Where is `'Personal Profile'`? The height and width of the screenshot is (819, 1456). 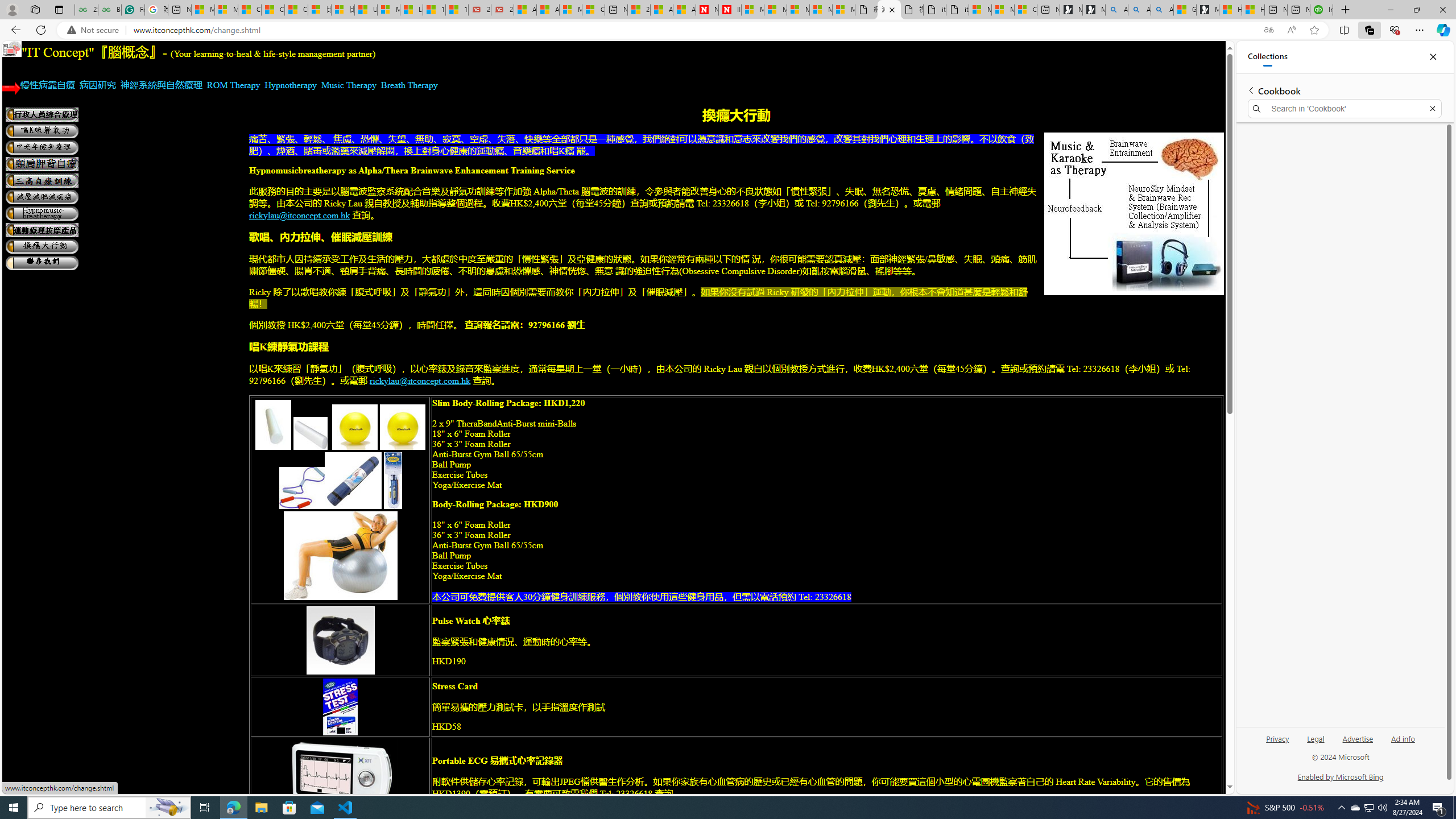
'Personal Profile' is located at coordinates (11, 9).